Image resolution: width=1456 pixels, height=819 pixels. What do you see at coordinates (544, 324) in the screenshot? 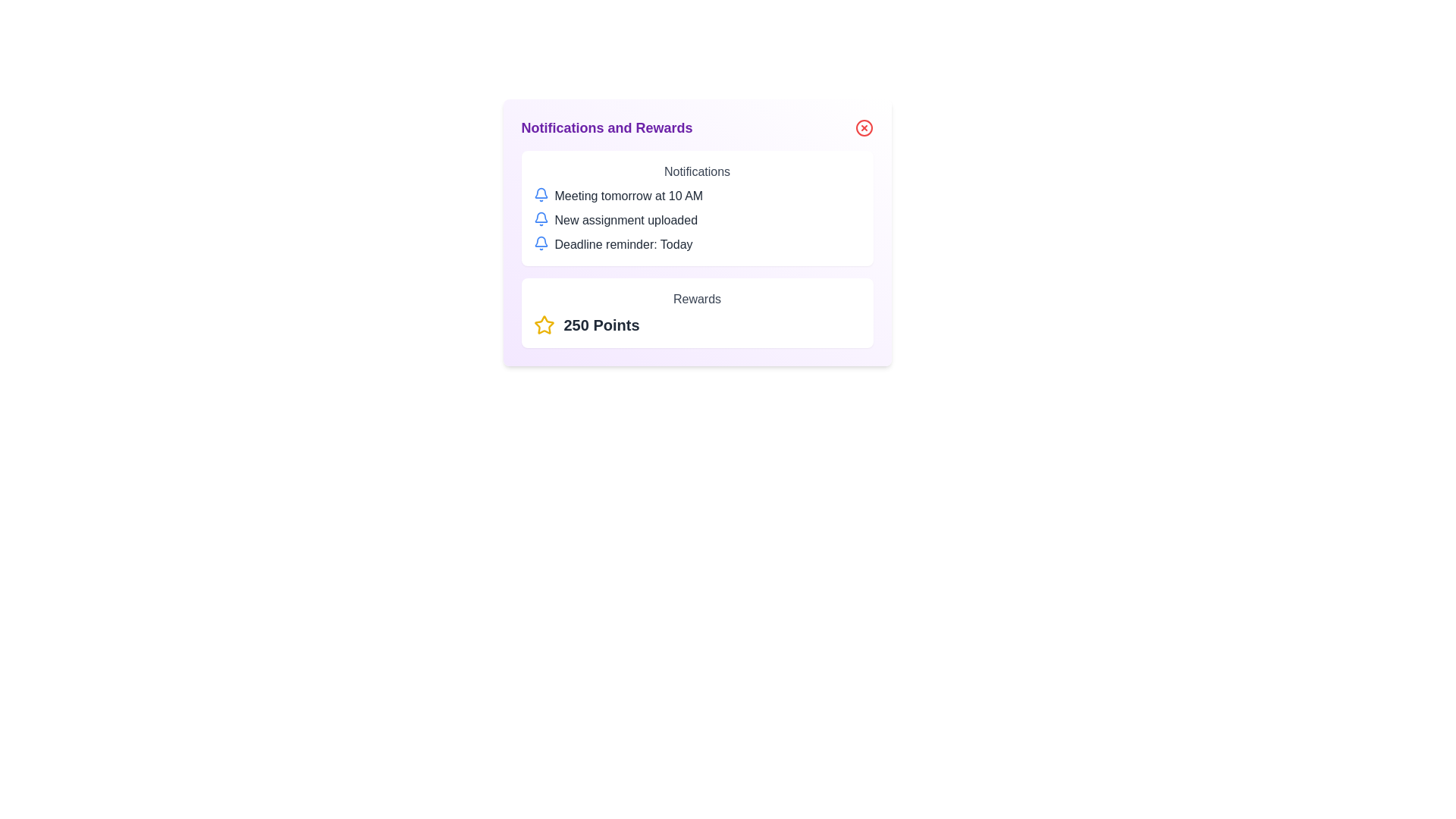
I see `the star icon representing an achievement or reward, located in the center-right of the rewards section, next to the '250 Points' label` at bounding box center [544, 324].